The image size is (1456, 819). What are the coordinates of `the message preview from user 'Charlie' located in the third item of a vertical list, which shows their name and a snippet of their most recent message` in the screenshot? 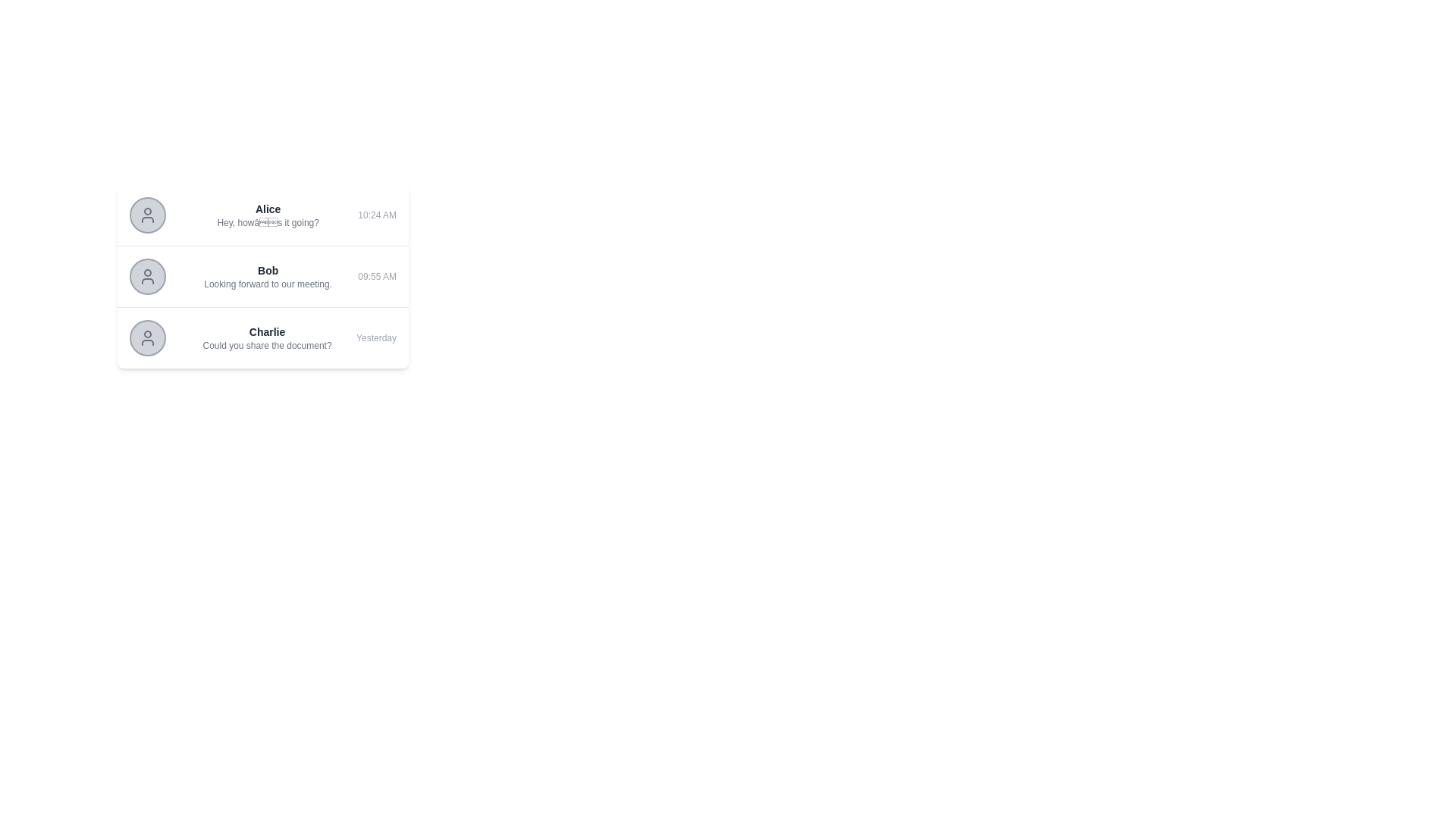 It's located at (267, 337).